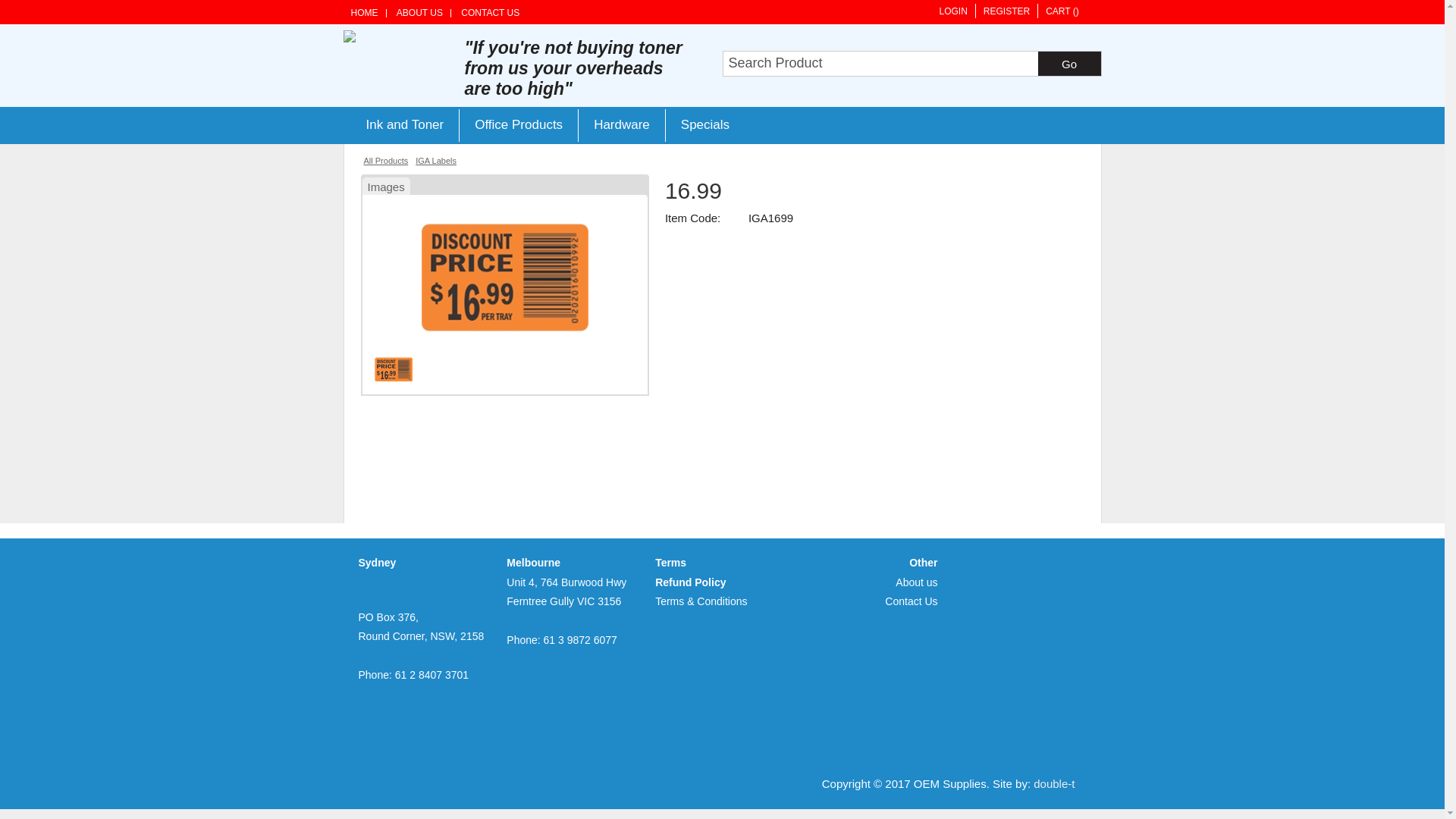 The width and height of the screenshot is (1456, 819). I want to click on 'Click to Enlarge', so click(505, 277).